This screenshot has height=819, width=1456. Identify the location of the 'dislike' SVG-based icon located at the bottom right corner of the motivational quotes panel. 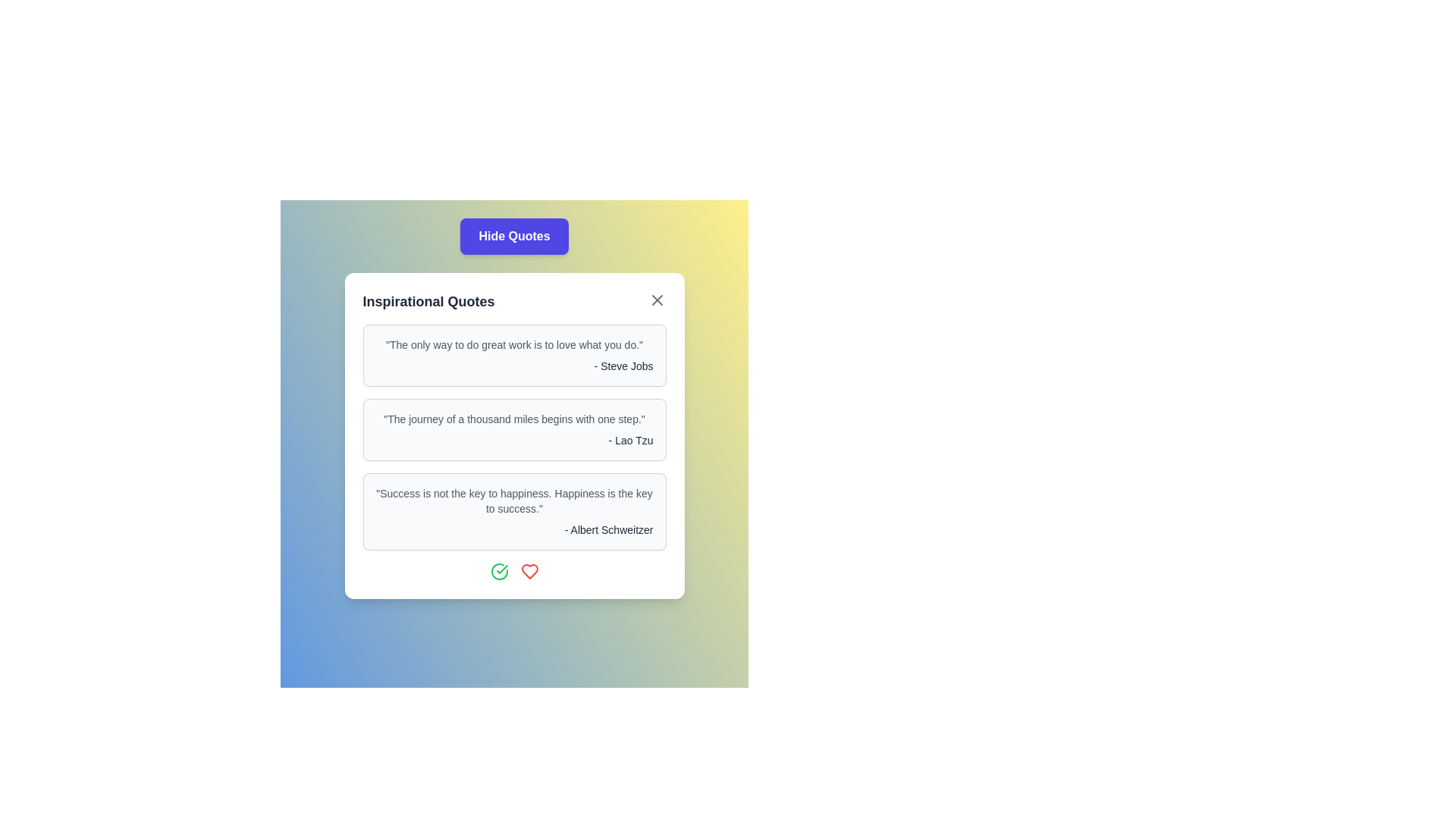
(529, 571).